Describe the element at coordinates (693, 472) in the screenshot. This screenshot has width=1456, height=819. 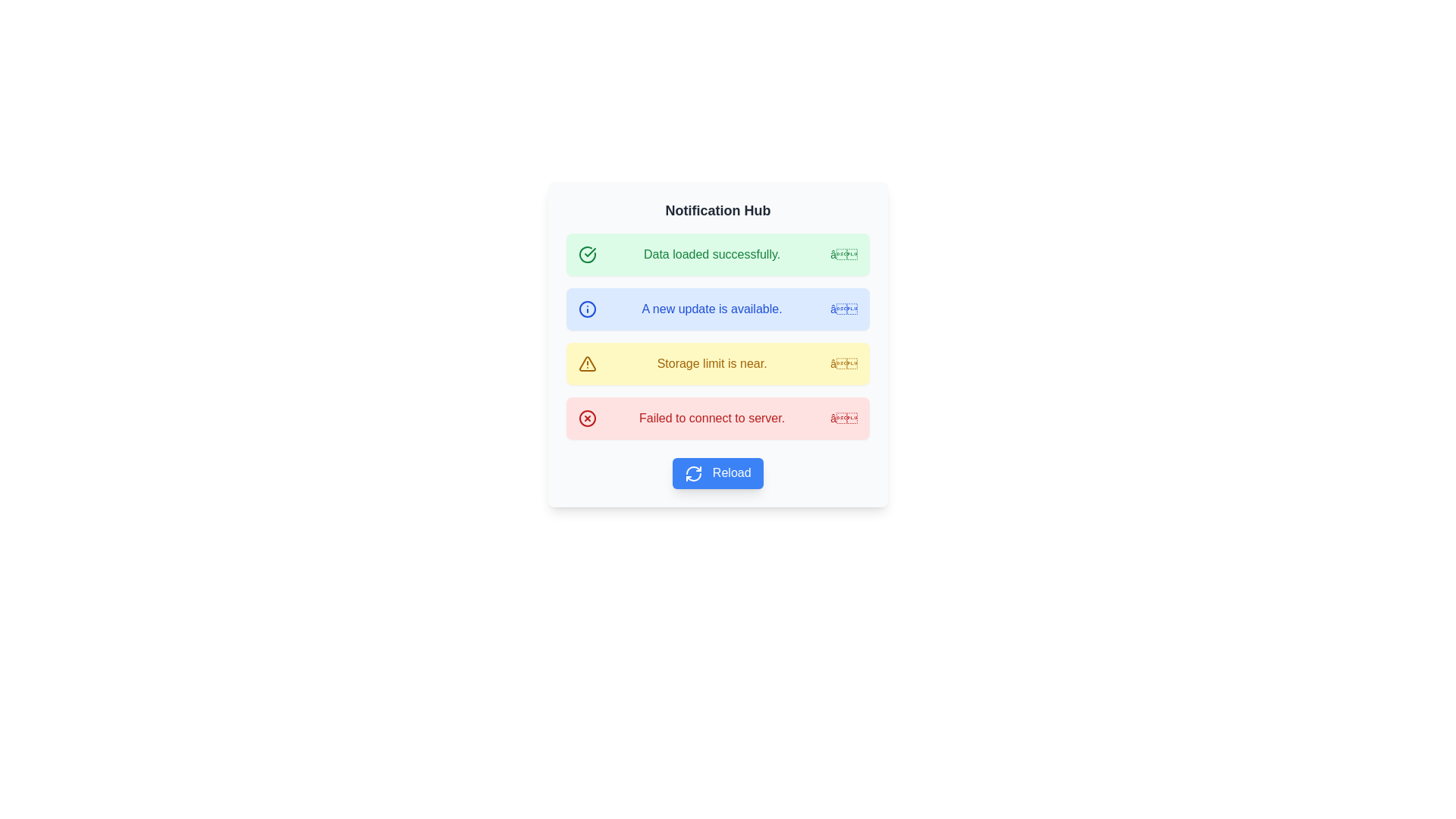
I see `the circular icon with dual arrows forming a cycle, located to the left of the text 'Reload'` at that location.